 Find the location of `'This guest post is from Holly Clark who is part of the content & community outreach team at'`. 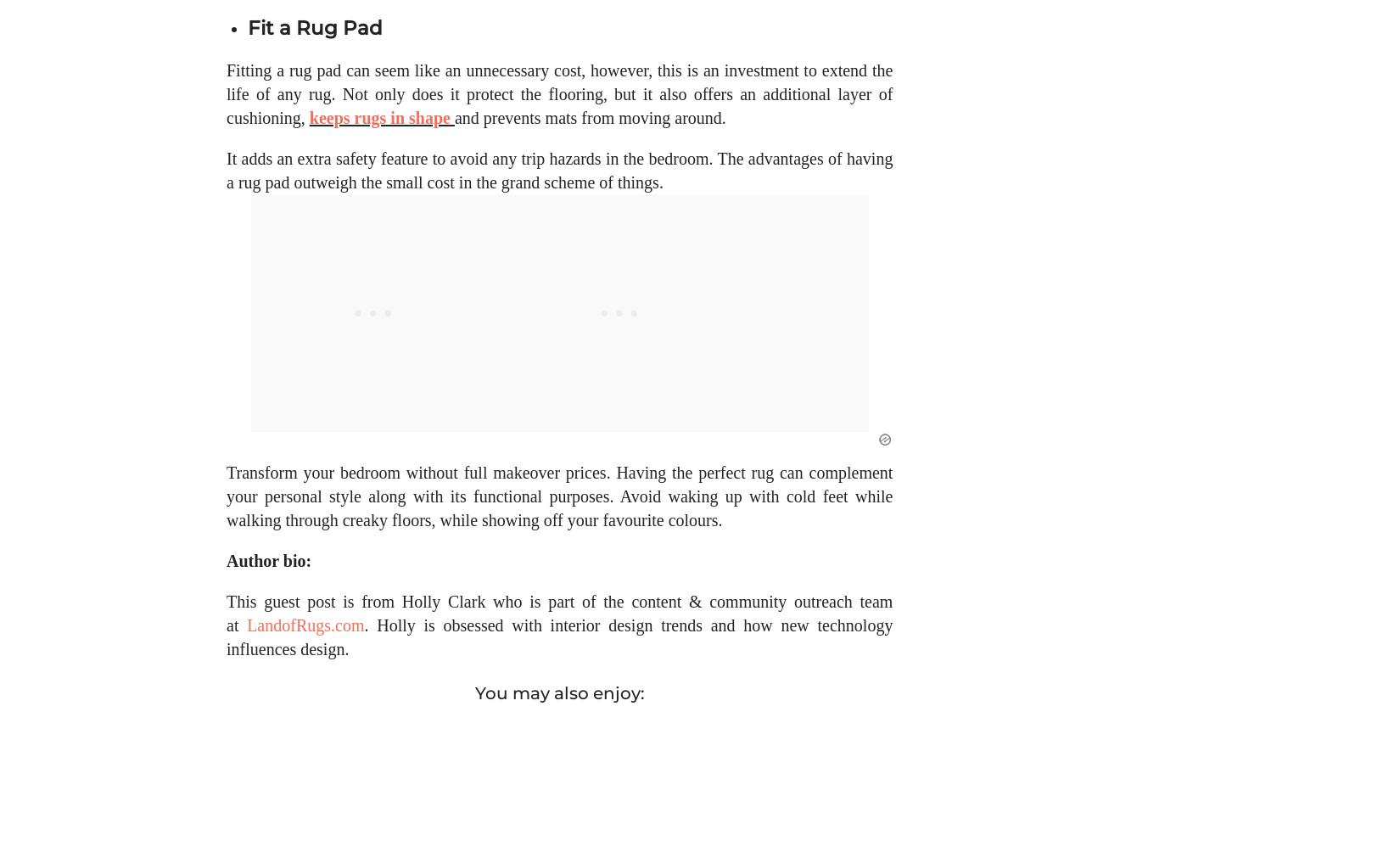

'This guest post is from Holly Clark who is part of the content & community outreach team at' is located at coordinates (558, 629).